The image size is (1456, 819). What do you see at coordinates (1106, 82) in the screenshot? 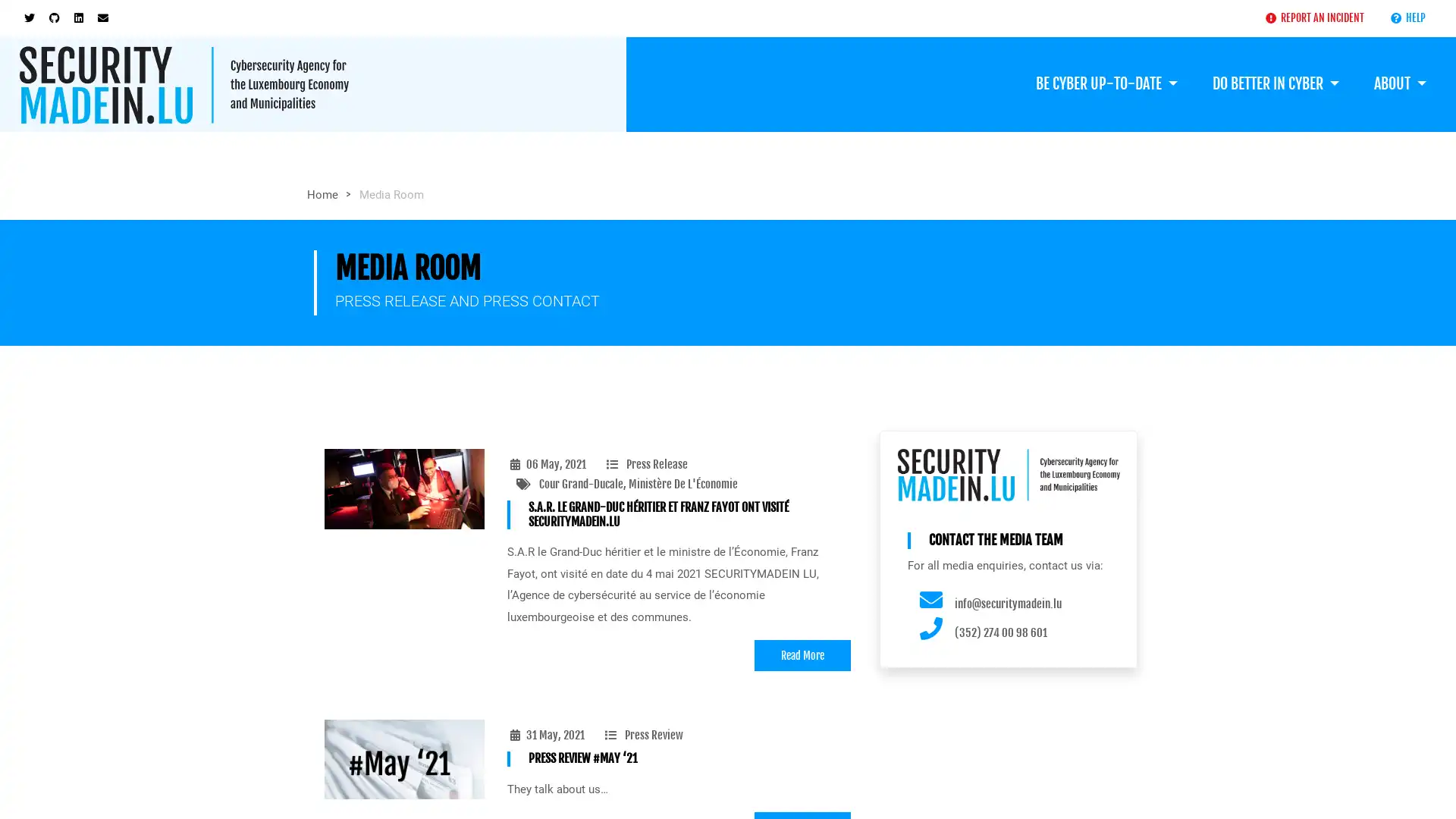
I see `BE CYBER UP-TO-DATE` at bounding box center [1106, 82].